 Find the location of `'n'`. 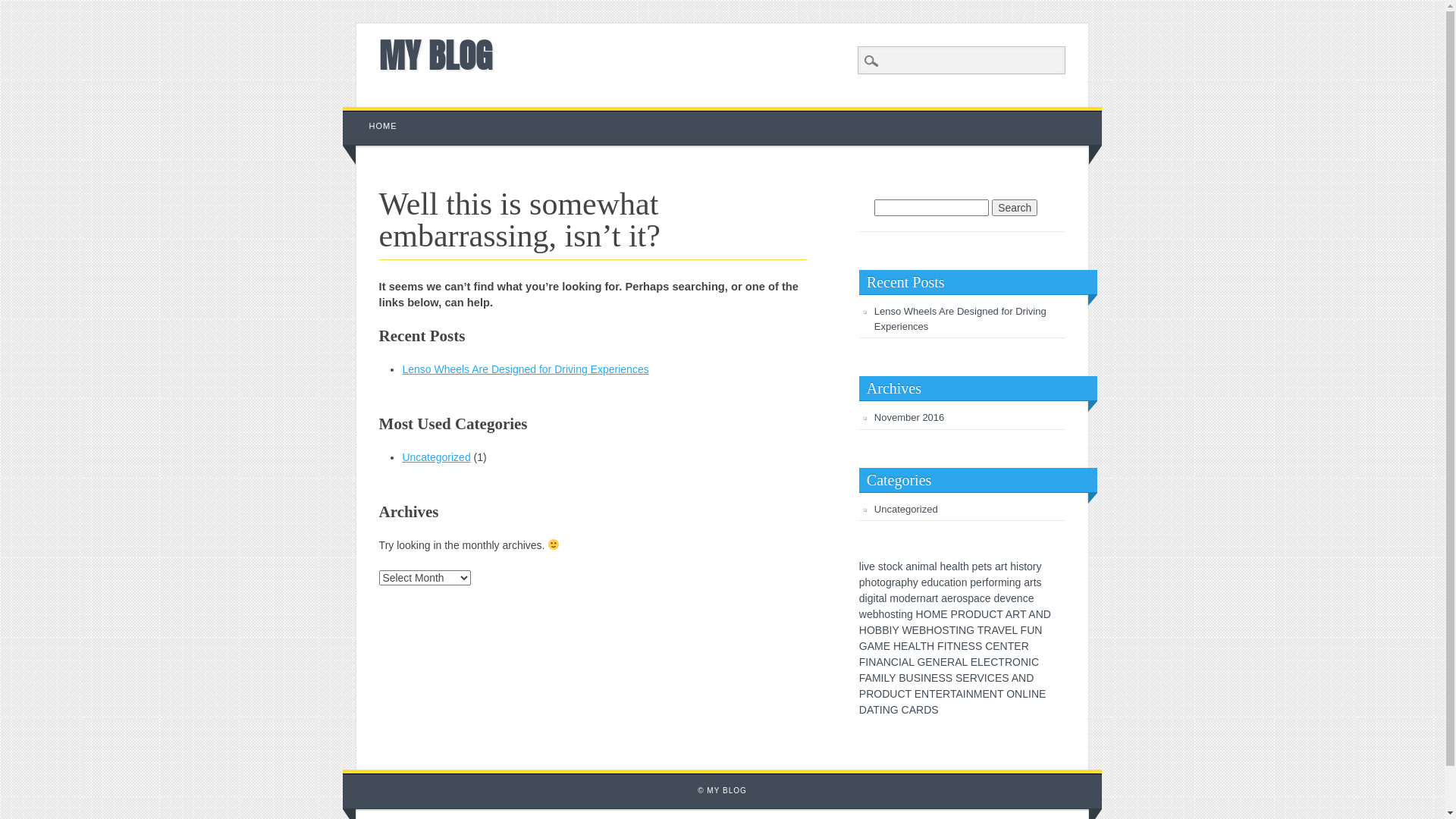

'n' is located at coordinates (922, 598).